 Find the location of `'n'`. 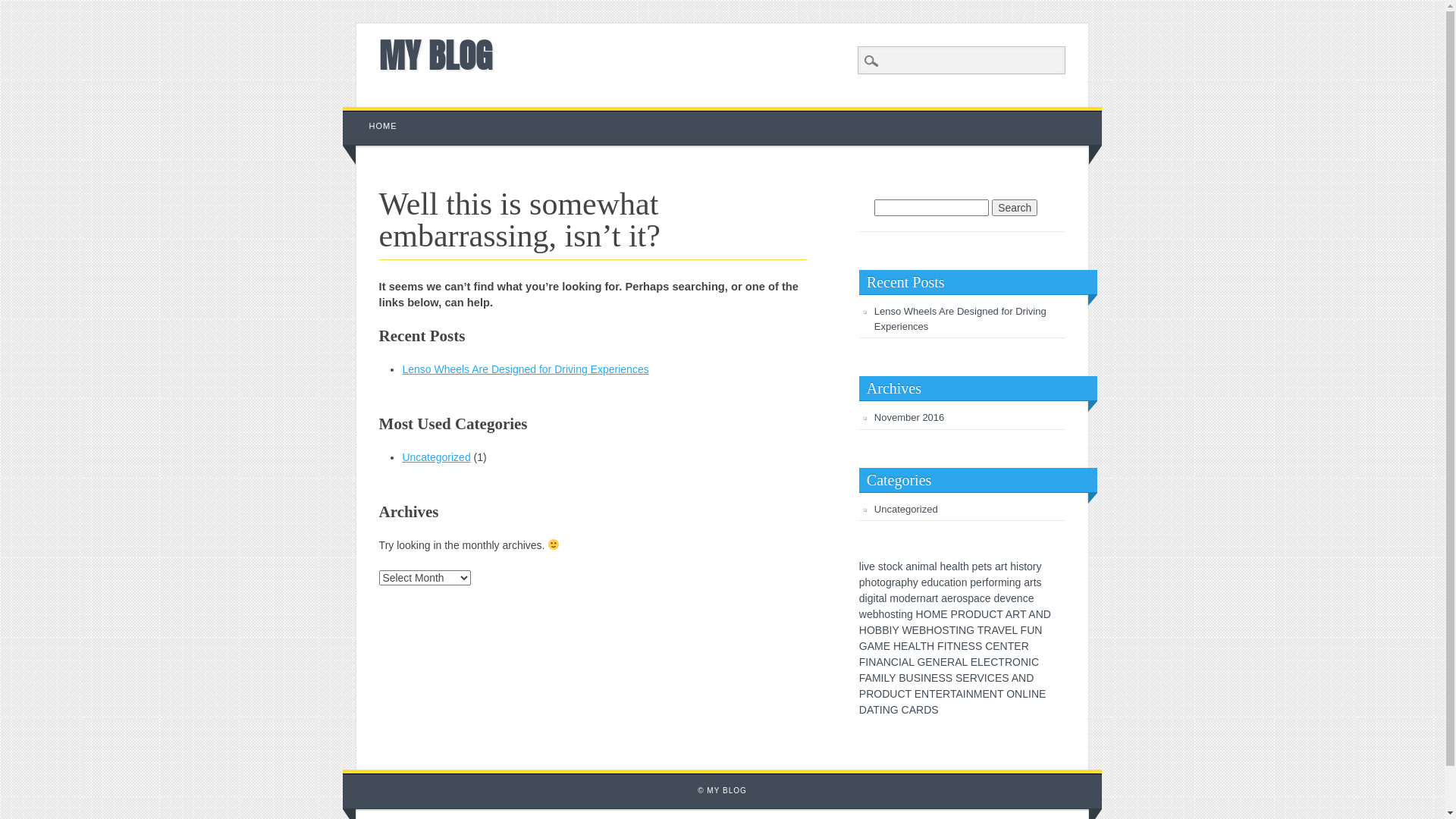

'n' is located at coordinates (922, 598).